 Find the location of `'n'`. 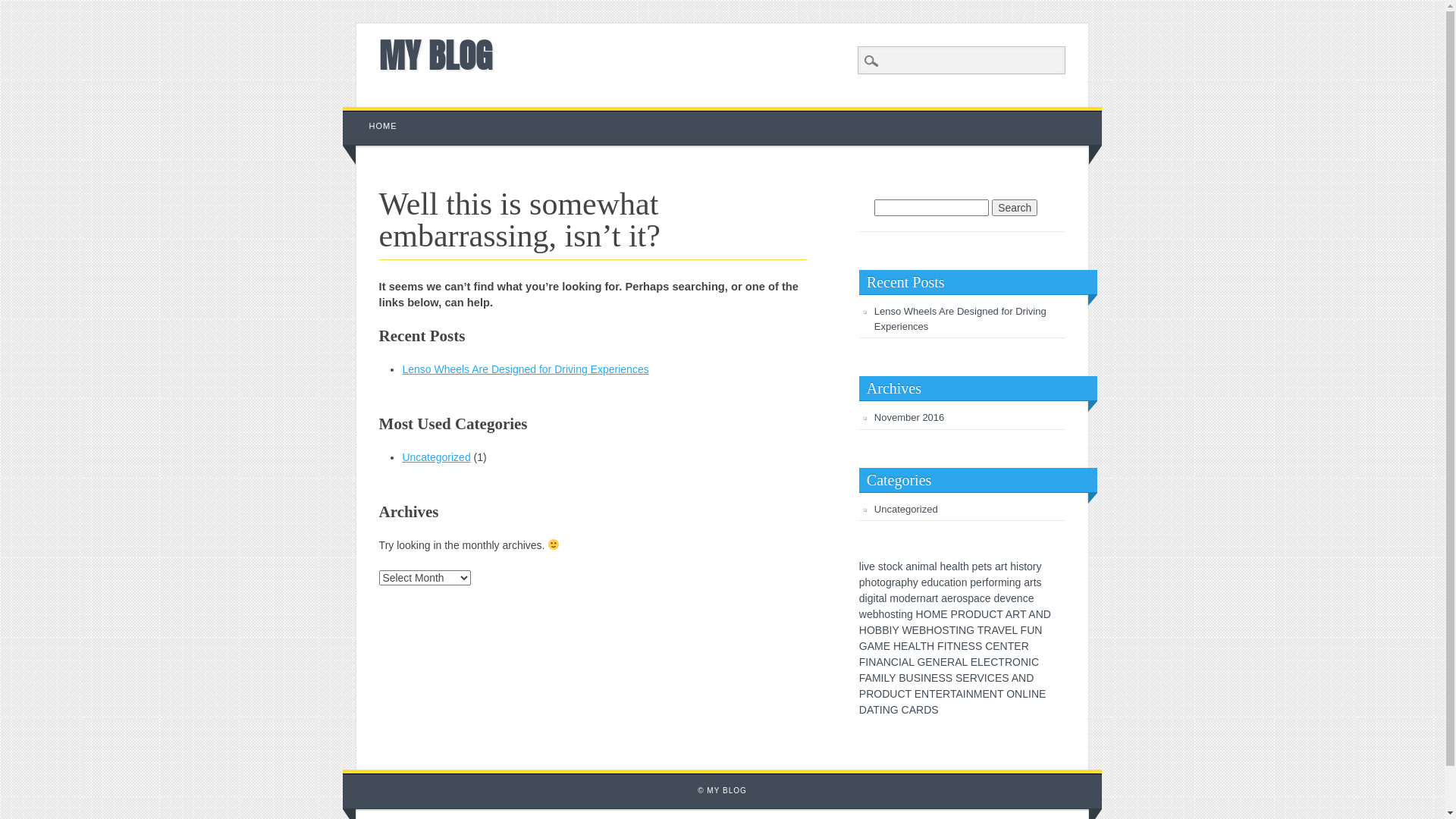

'n' is located at coordinates (922, 598).